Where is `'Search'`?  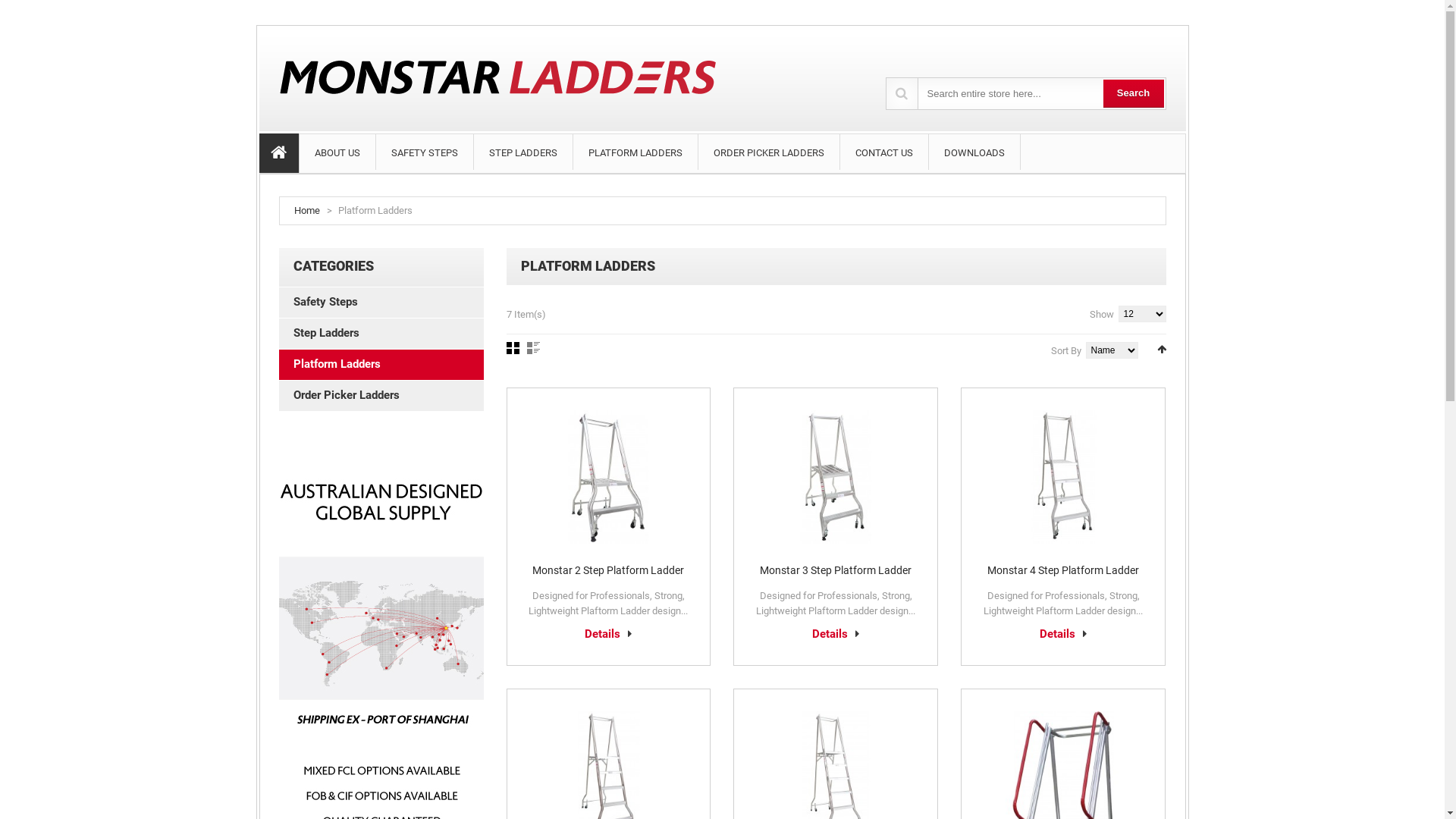 'Search' is located at coordinates (1103, 93).